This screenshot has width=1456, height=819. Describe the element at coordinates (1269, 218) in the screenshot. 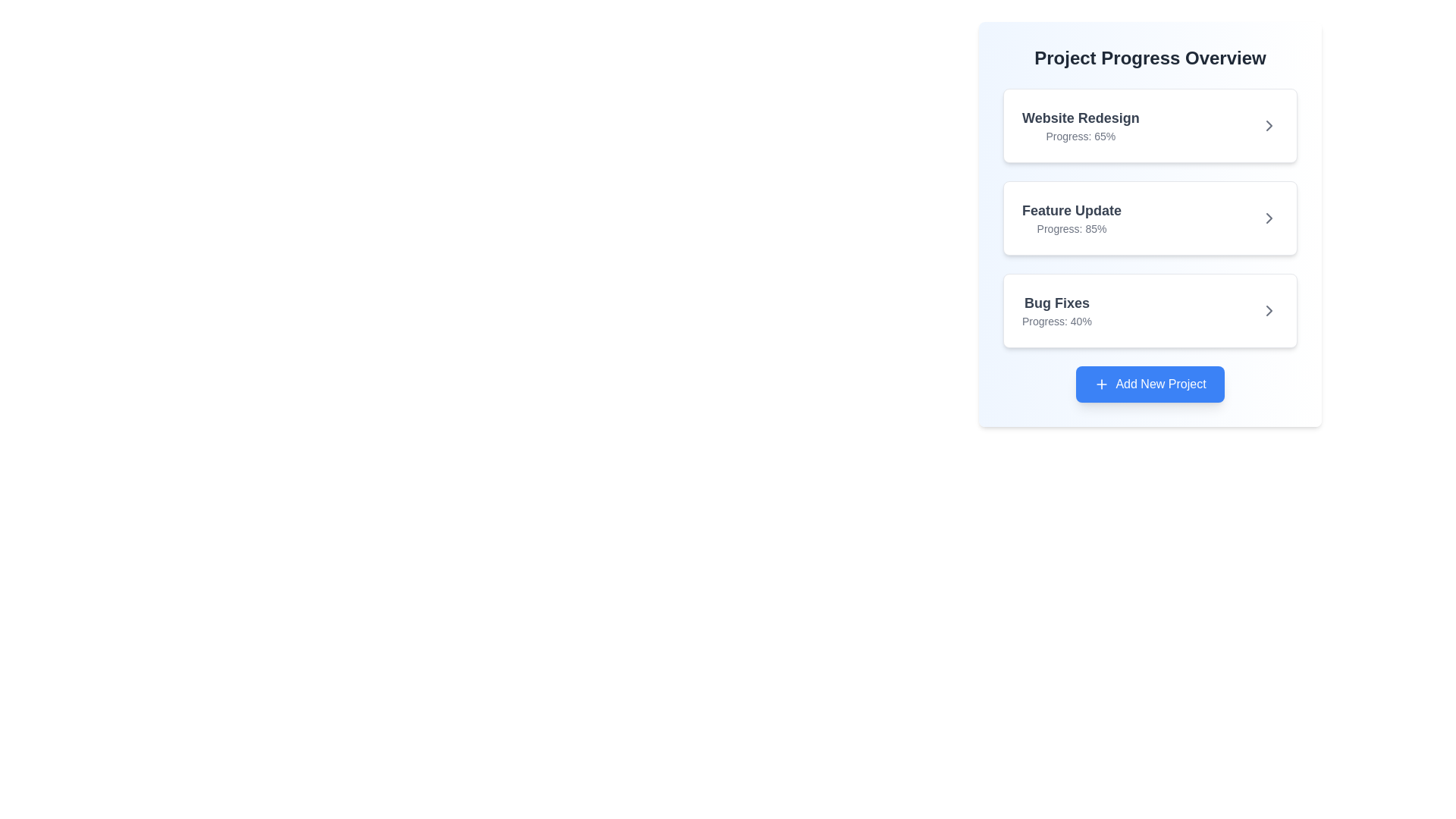

I see `the arrow icon located at the far right of the 'Feature Update' section` at that location.